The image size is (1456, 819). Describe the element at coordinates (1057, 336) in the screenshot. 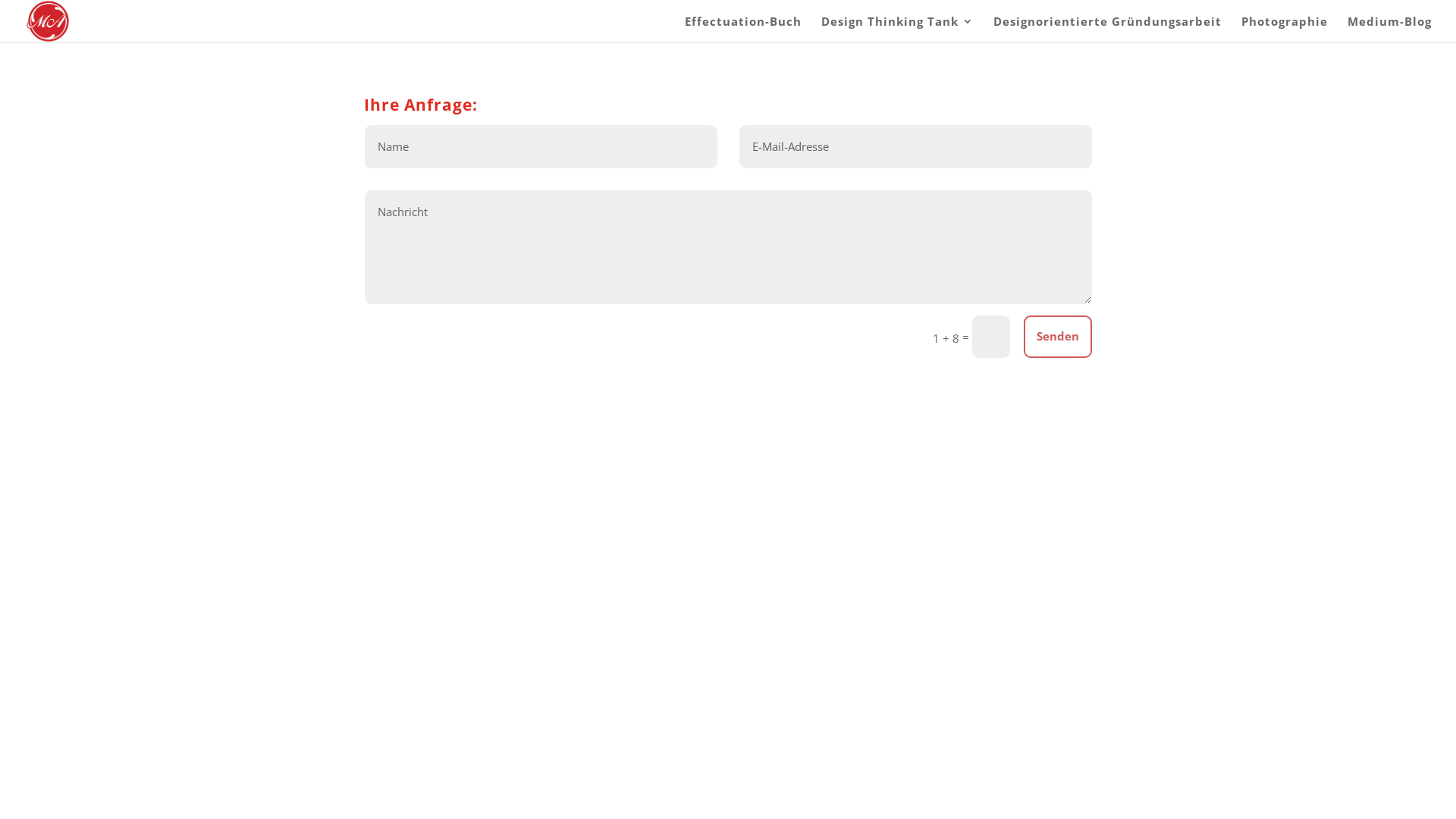

I see `'Senden'` at that location.